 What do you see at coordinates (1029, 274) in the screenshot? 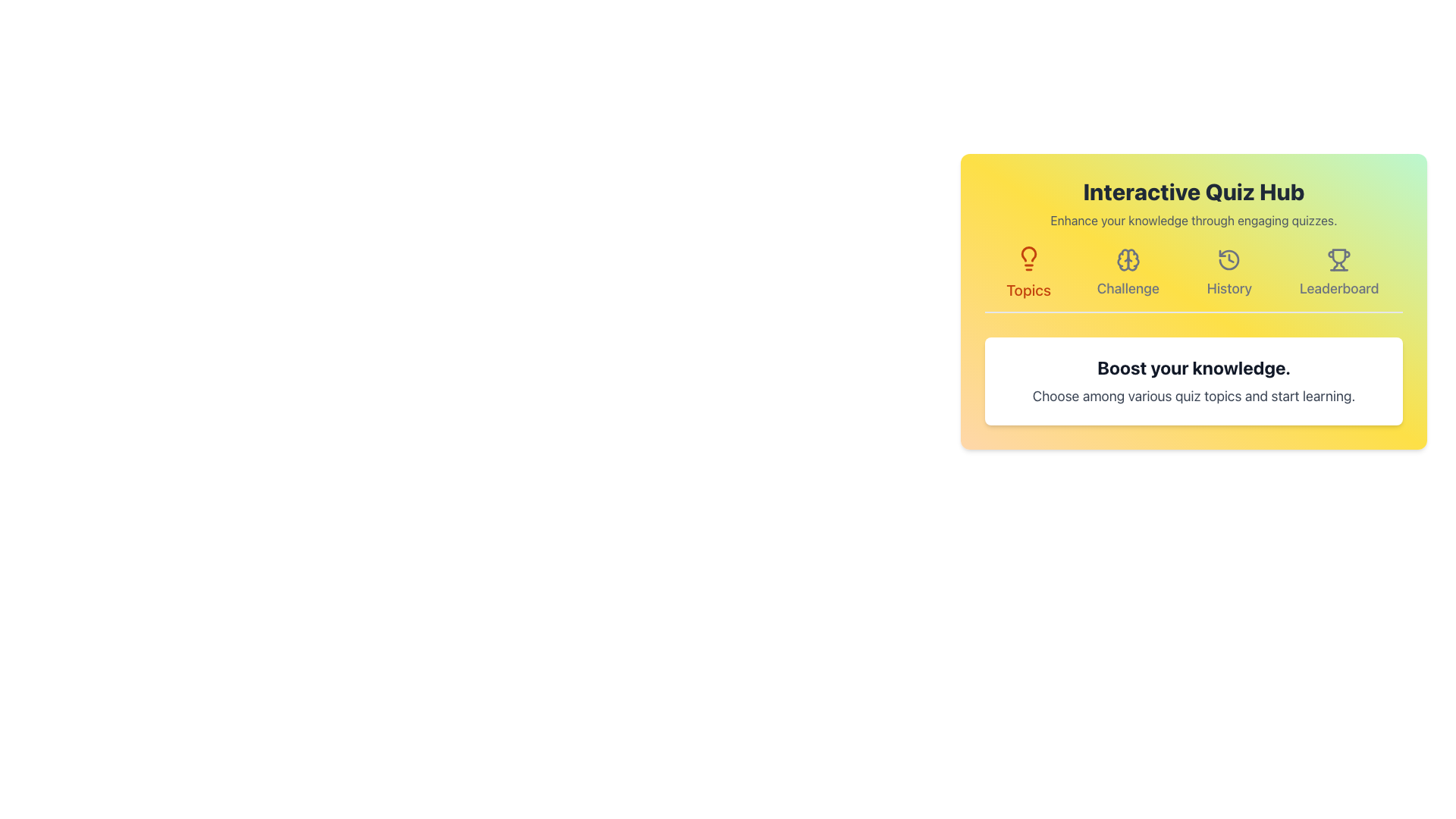
I see `the button with a lightbulb icon and 'Topics' text, located at the upper section of the card-like interface, to interact with it` at bounding box center [1029, 274].